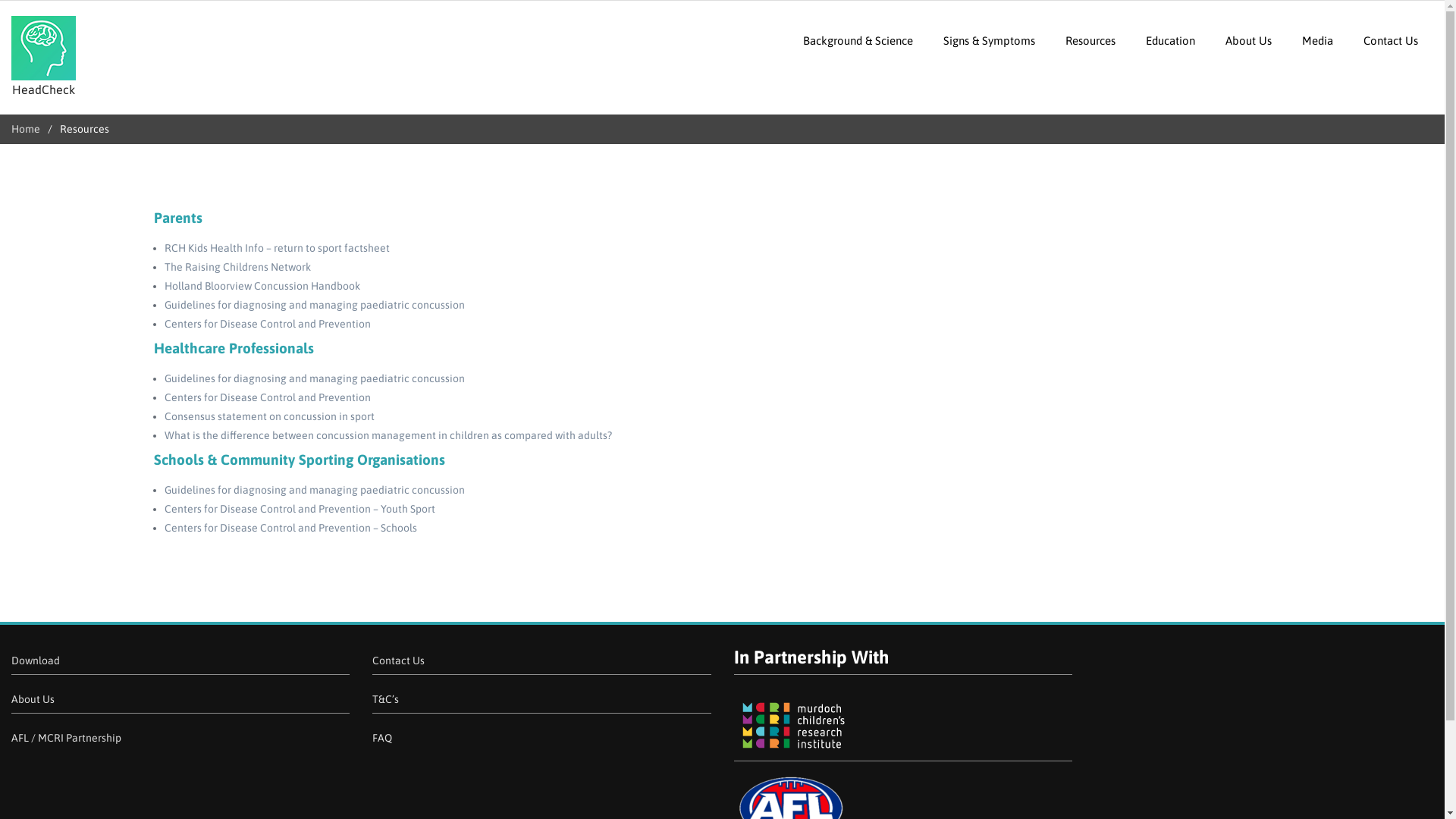  I want to click on 'FAQ', so click(372, 736).